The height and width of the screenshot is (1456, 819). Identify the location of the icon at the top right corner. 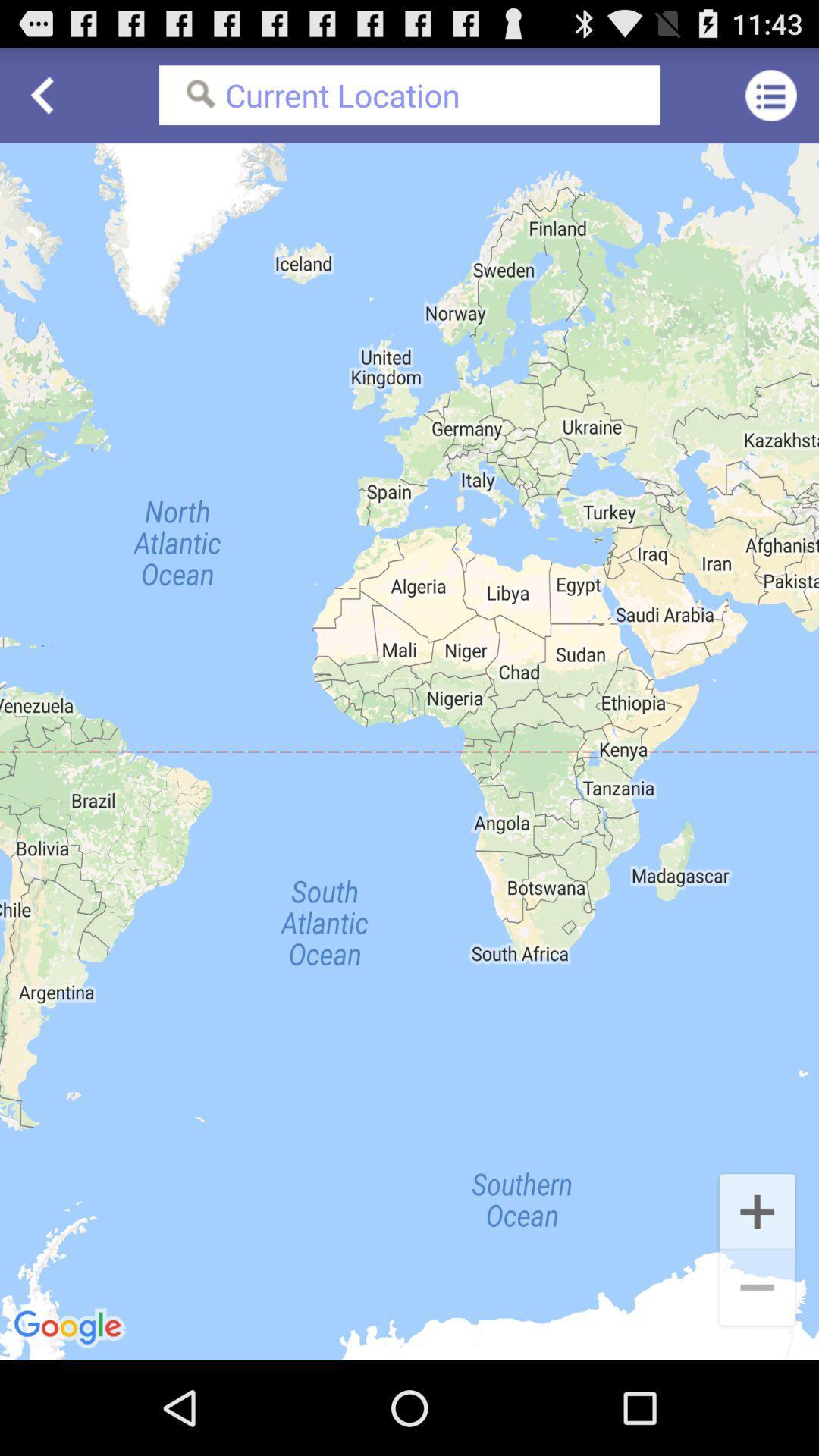
(771, 94).